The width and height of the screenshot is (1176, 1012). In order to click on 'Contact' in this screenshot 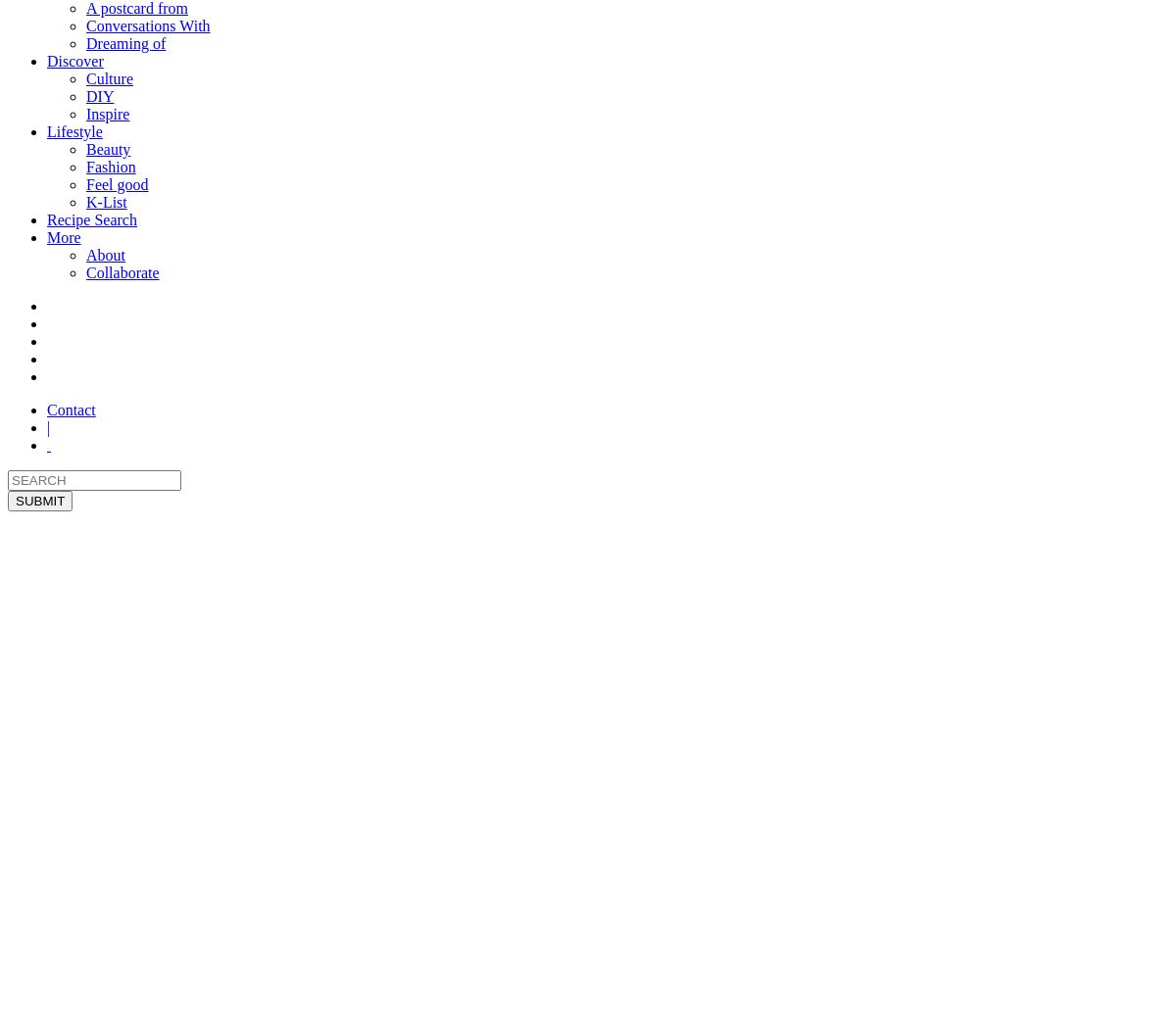, I will do `click(71, 410)`.